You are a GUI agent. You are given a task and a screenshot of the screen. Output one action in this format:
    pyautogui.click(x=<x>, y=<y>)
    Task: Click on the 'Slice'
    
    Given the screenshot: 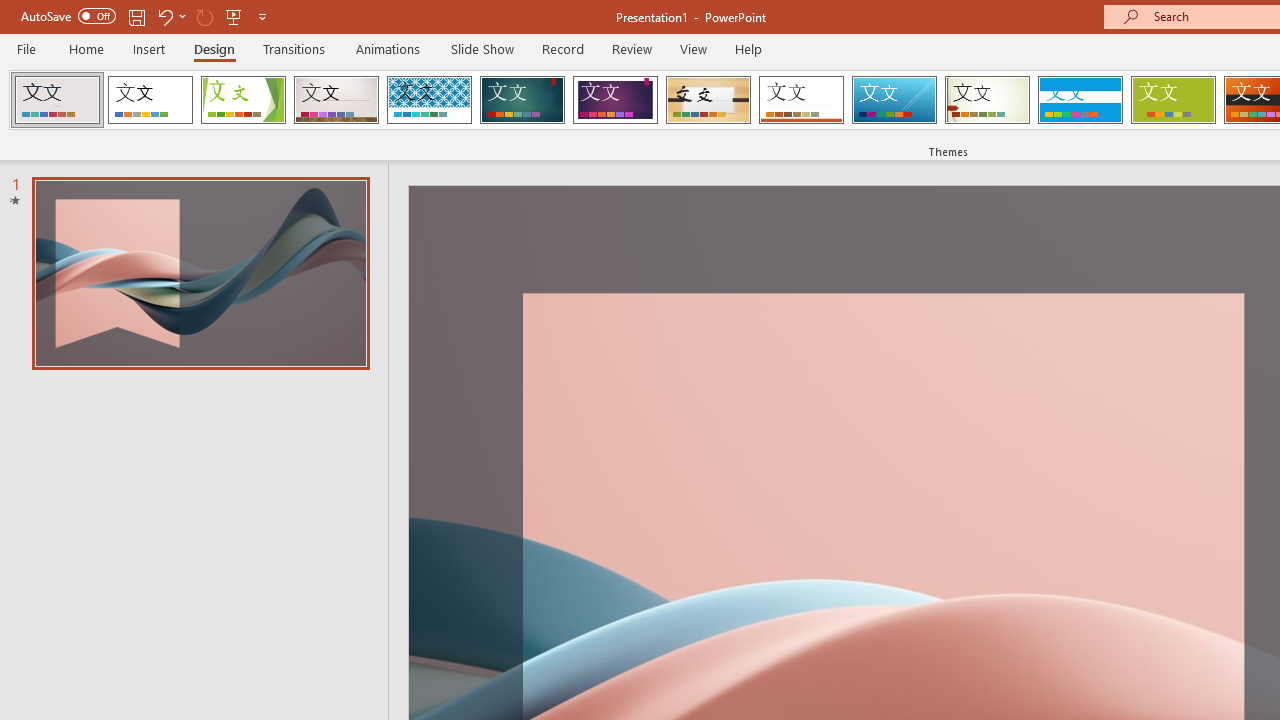 What is the action you would take?
    pyautogui.click(x=893, y=100)
    